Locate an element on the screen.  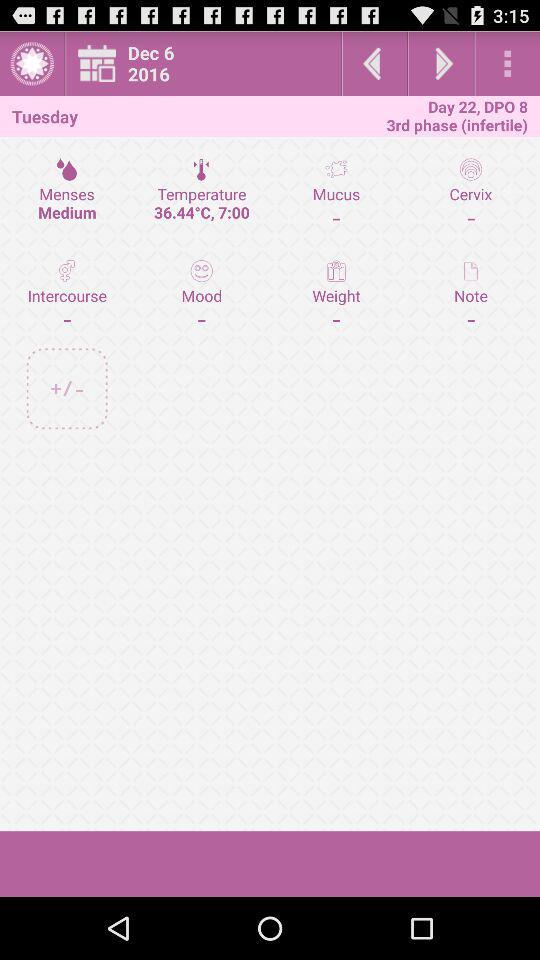
the item at the bottom is located at coordinates (270, 863).